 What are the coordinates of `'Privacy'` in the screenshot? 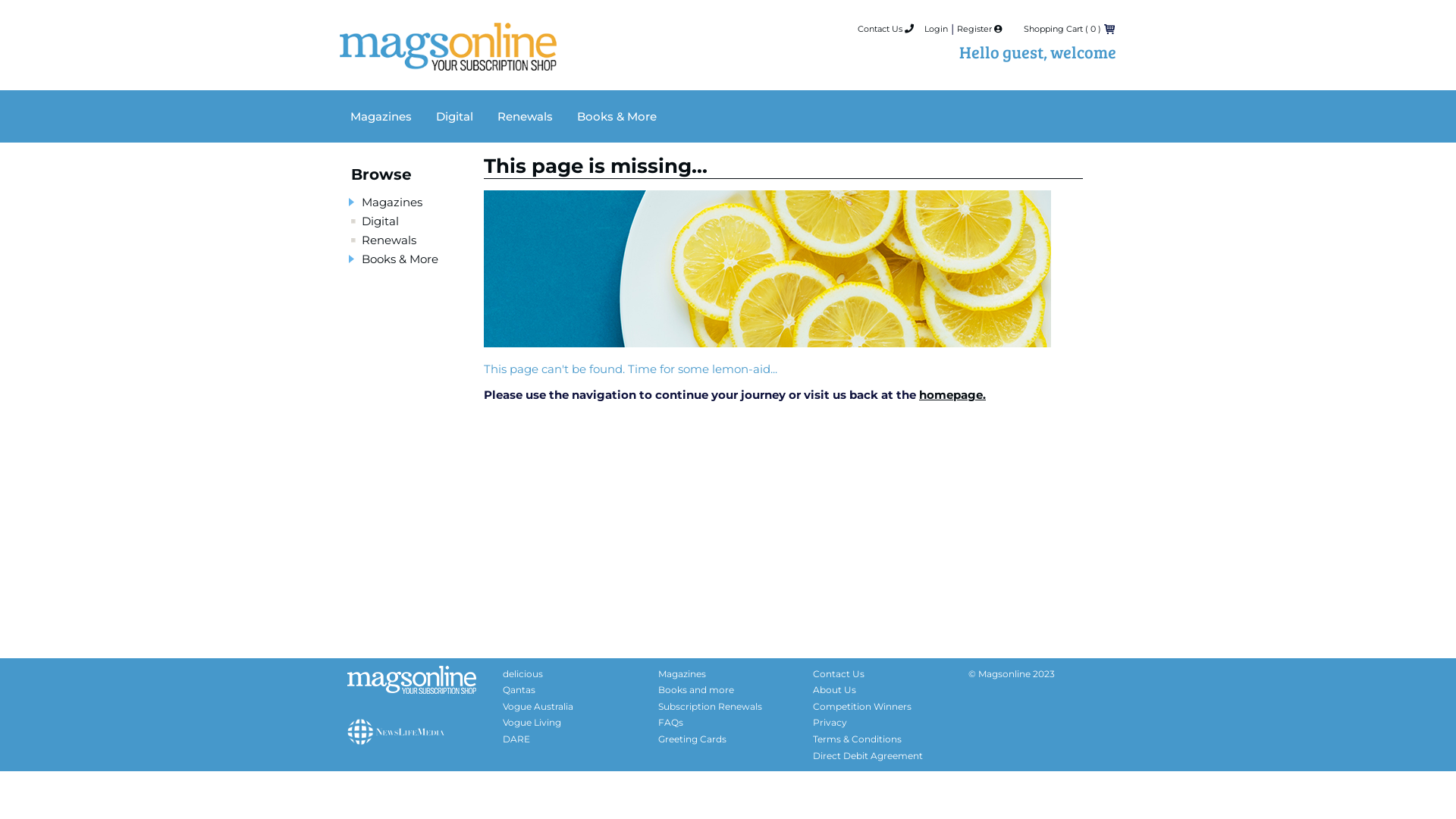 It's located at (829, 721).